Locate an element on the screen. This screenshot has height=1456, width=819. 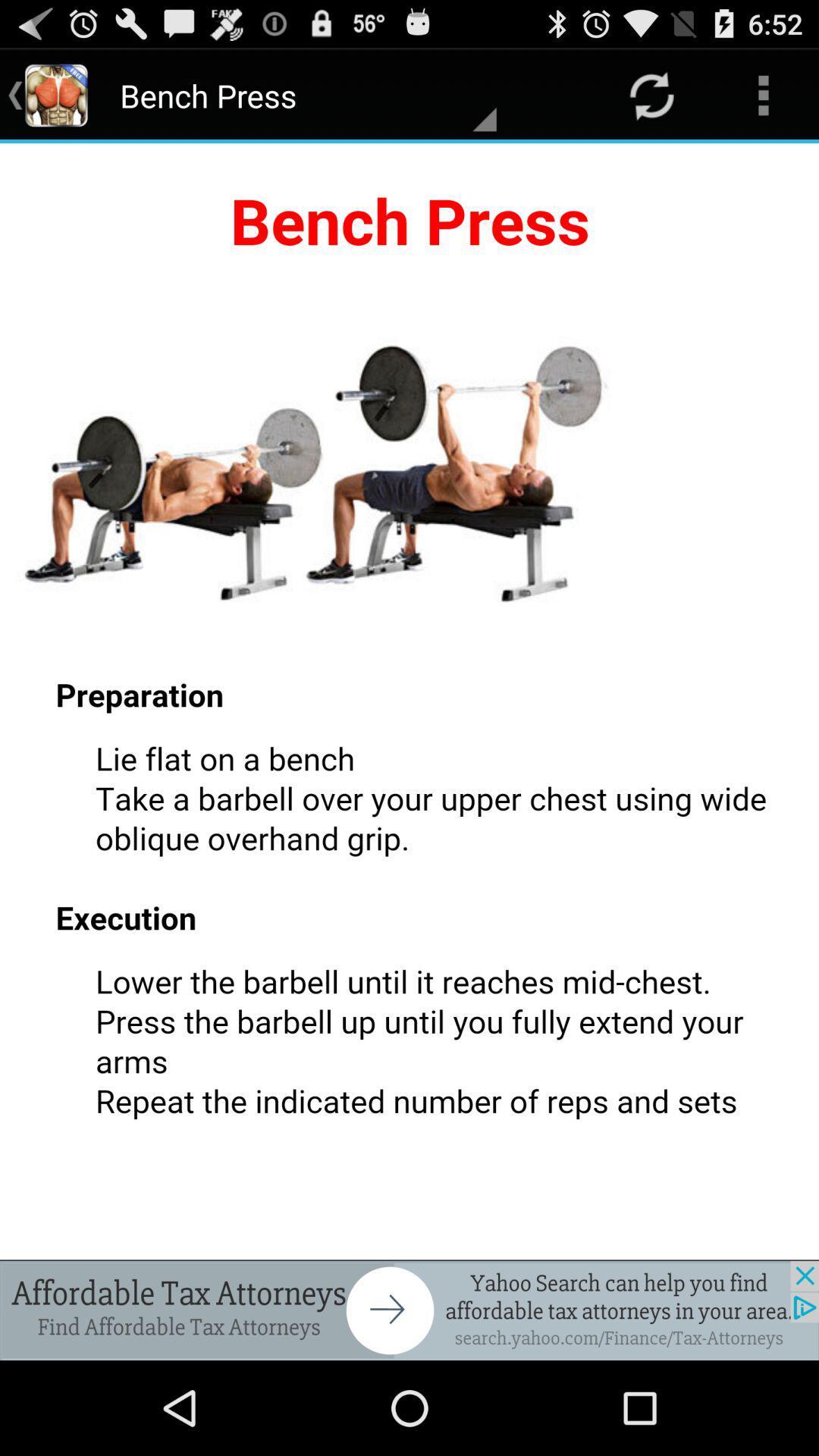
open advertisement is located at coordinates (409, 1310).